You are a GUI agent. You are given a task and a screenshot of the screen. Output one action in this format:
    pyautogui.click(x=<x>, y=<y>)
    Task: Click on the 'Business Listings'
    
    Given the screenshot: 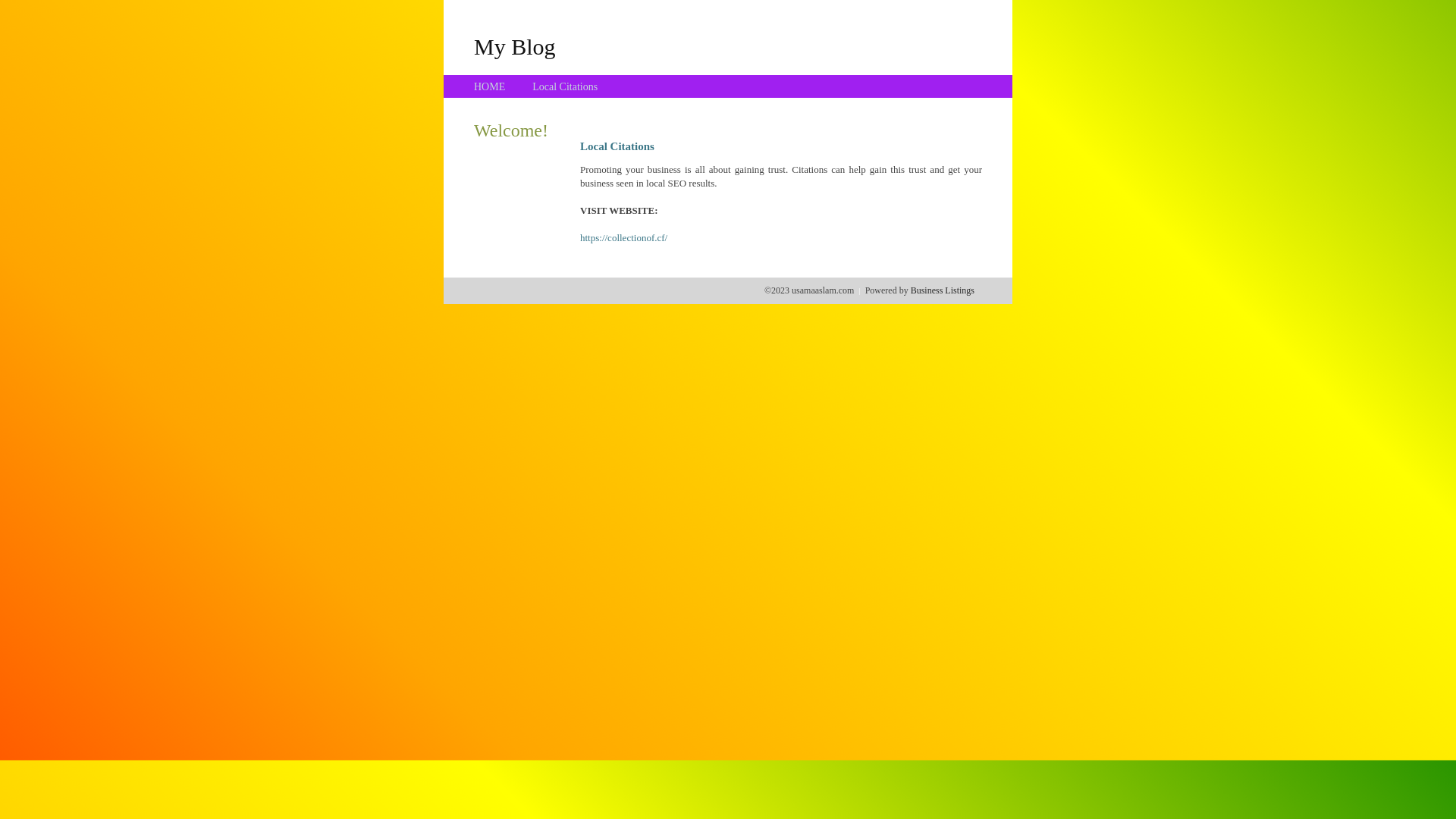 What is the action you would take?
    pyautogui.click(x=942, y=290)
    